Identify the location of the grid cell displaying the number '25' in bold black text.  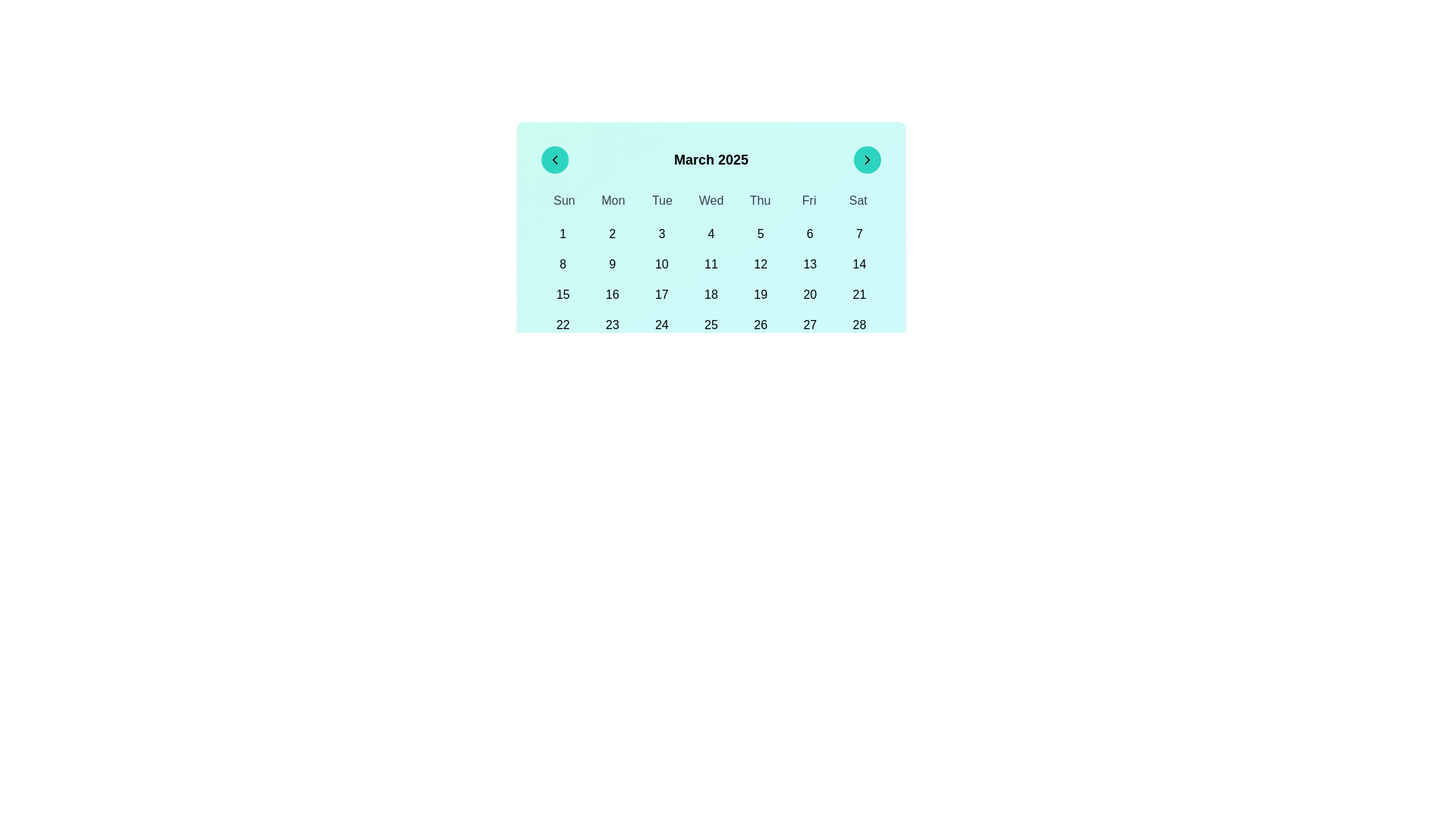
(710, 324).